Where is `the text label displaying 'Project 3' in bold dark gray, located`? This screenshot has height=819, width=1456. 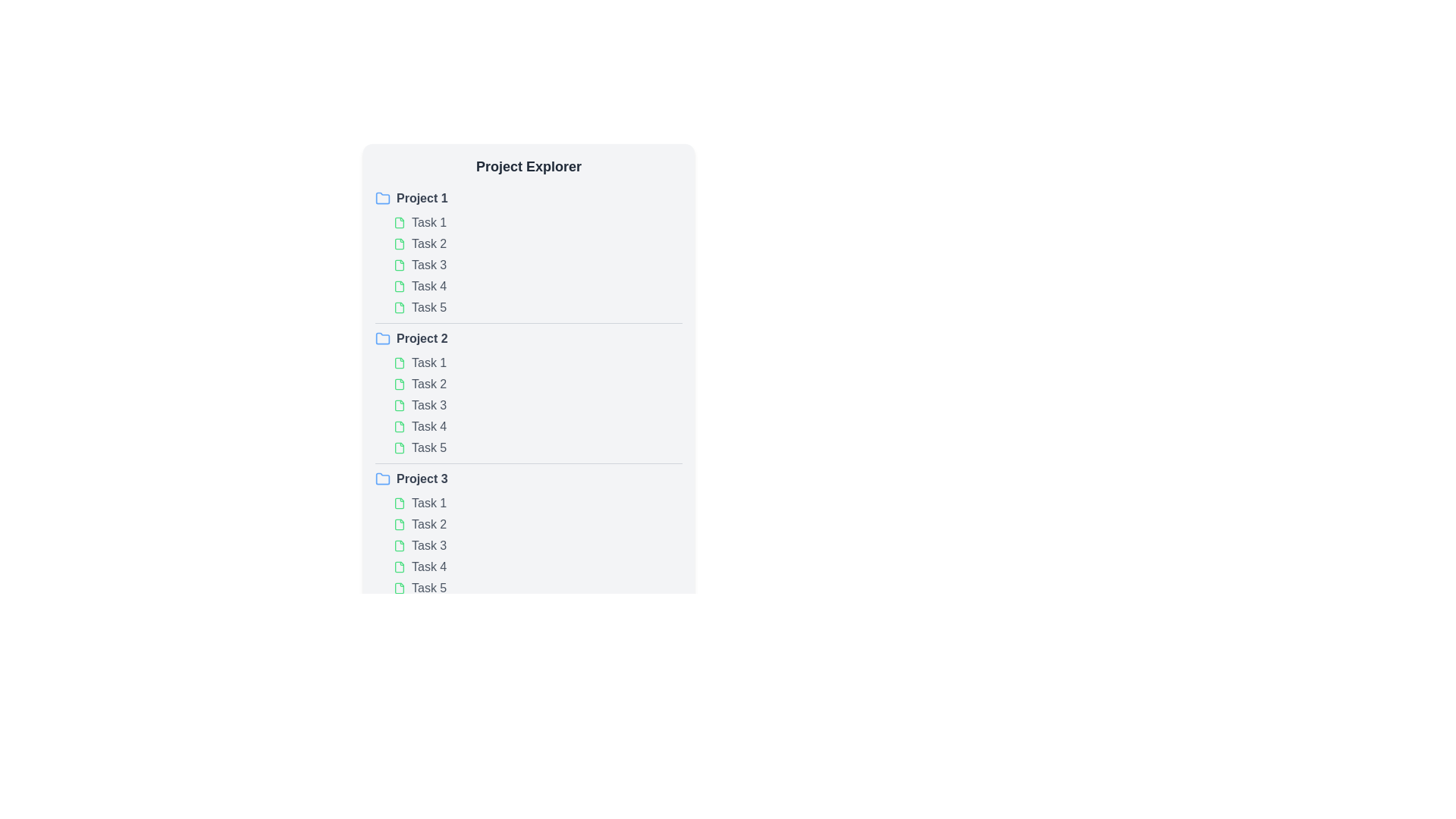 the text label displaying 'Project 3' in bold dark gray, located is located at coordinates (422, 479).